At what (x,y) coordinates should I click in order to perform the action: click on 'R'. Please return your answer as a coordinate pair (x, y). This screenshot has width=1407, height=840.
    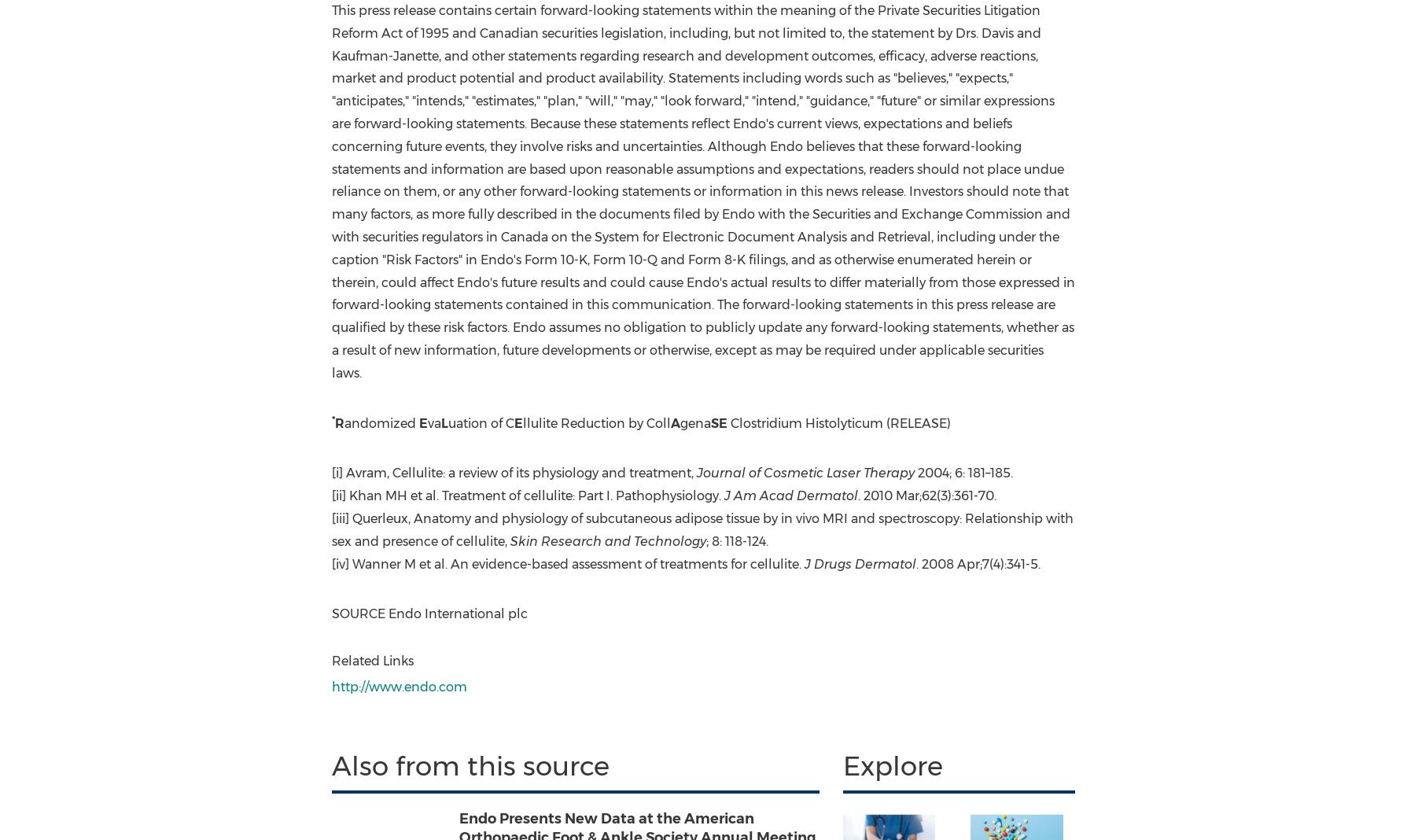
    Looking at the image, I should click on (339, 422).